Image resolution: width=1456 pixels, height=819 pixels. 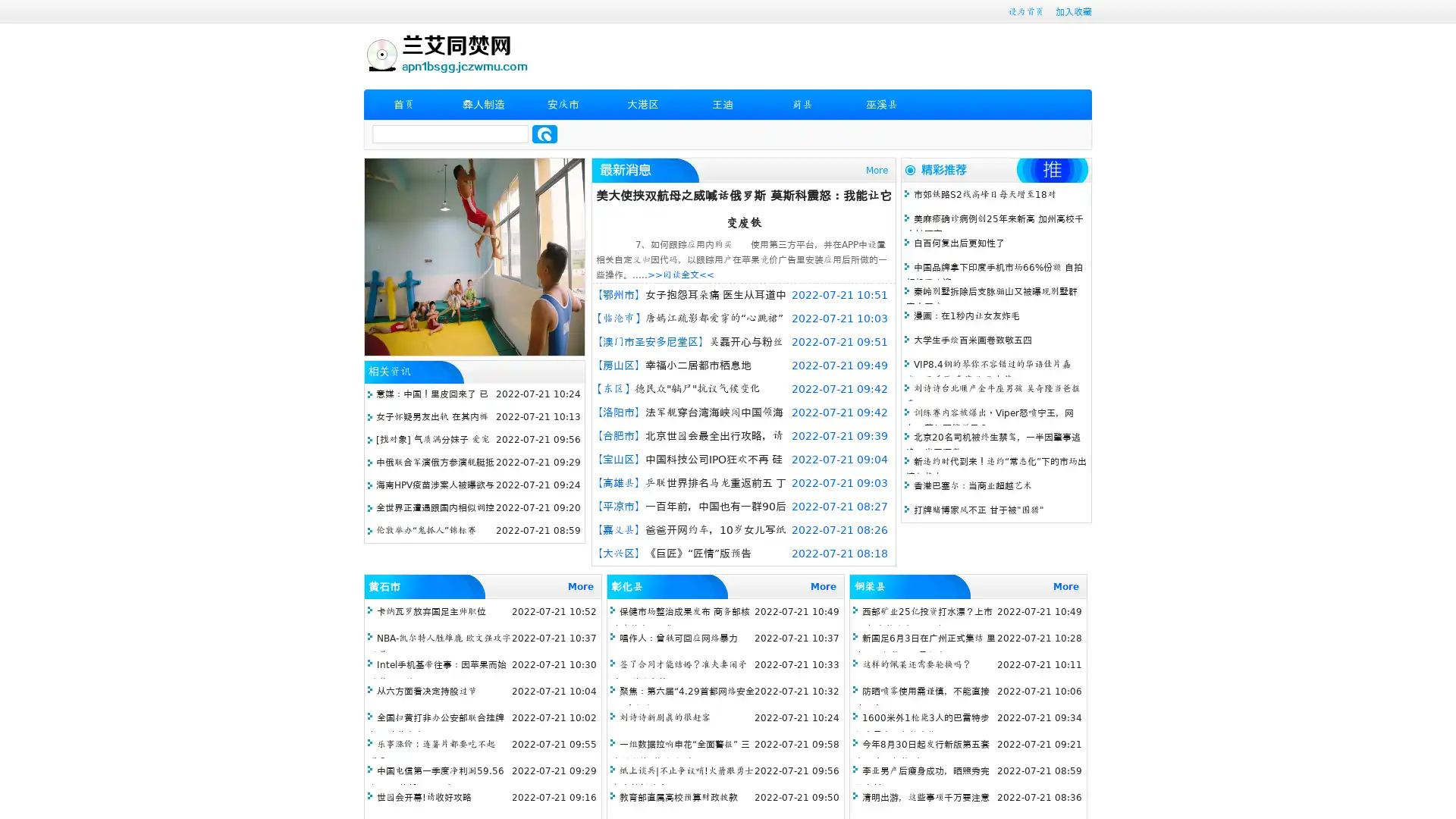 What do you see at coordinates (544, 133) in the screenshot?
I see `Search` at bounding box center [544, 133].